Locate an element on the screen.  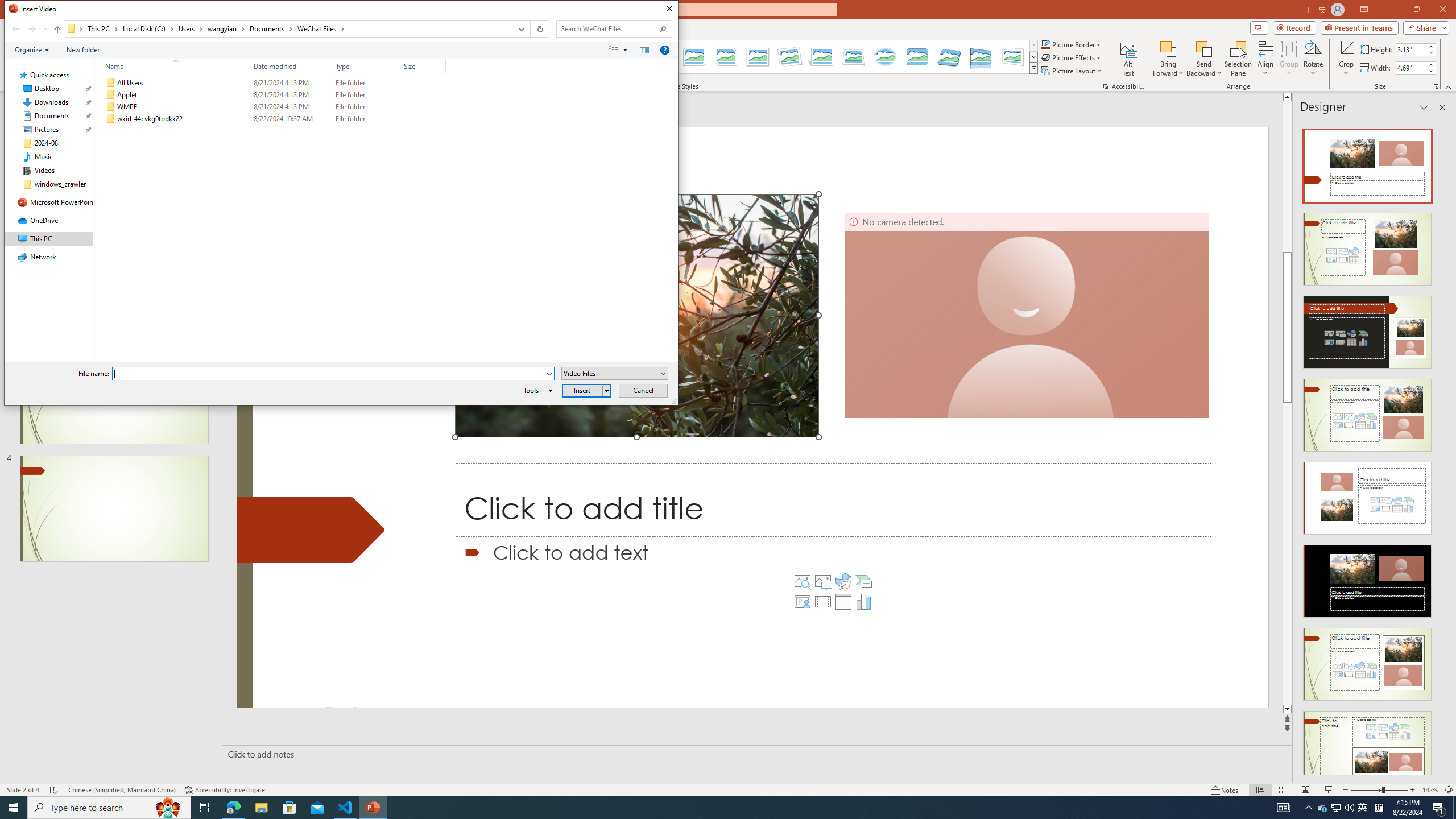
'Size' is located at coordinates (422, 65).